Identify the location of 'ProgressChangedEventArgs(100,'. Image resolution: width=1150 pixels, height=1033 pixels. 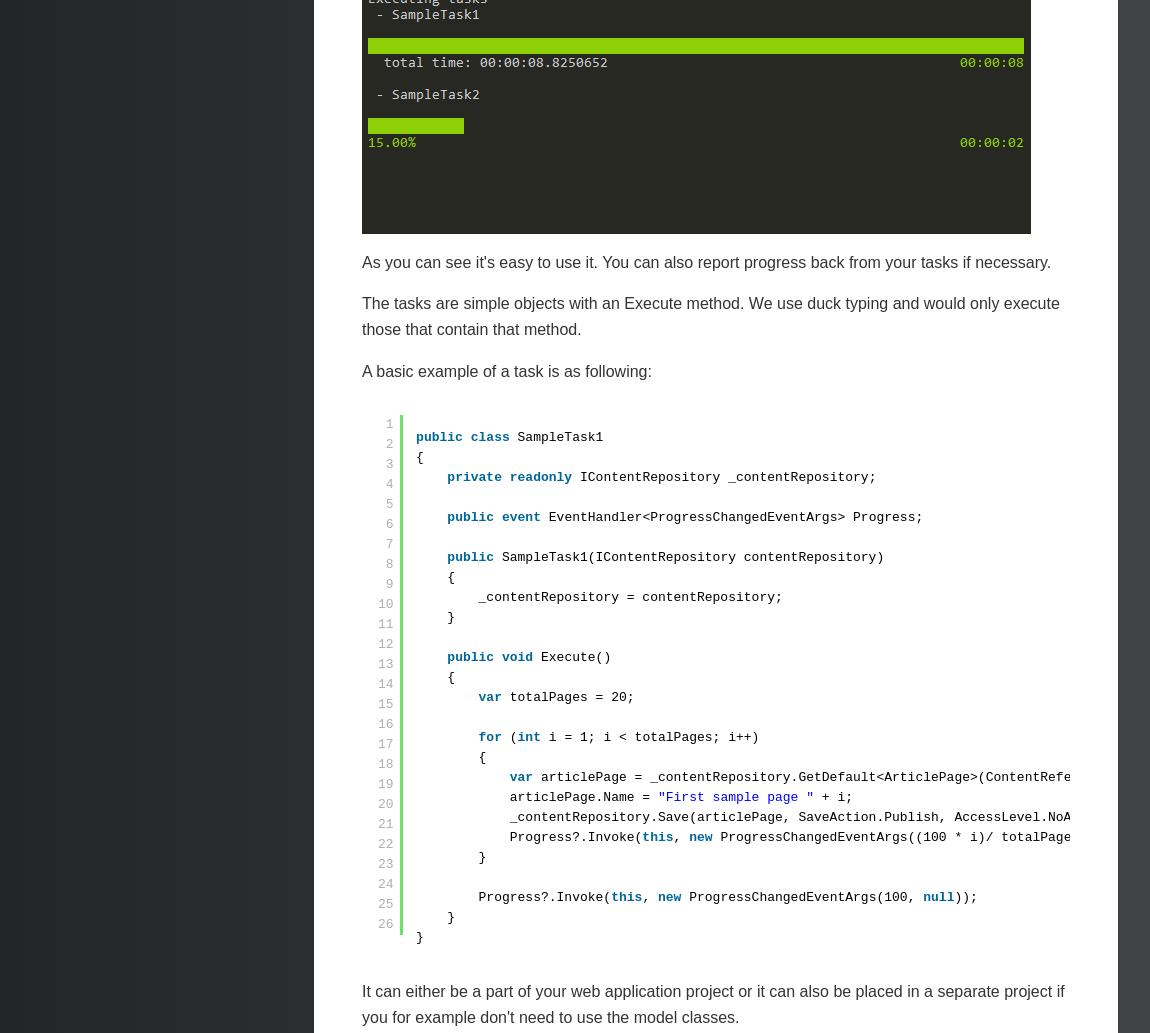
(805, 896).